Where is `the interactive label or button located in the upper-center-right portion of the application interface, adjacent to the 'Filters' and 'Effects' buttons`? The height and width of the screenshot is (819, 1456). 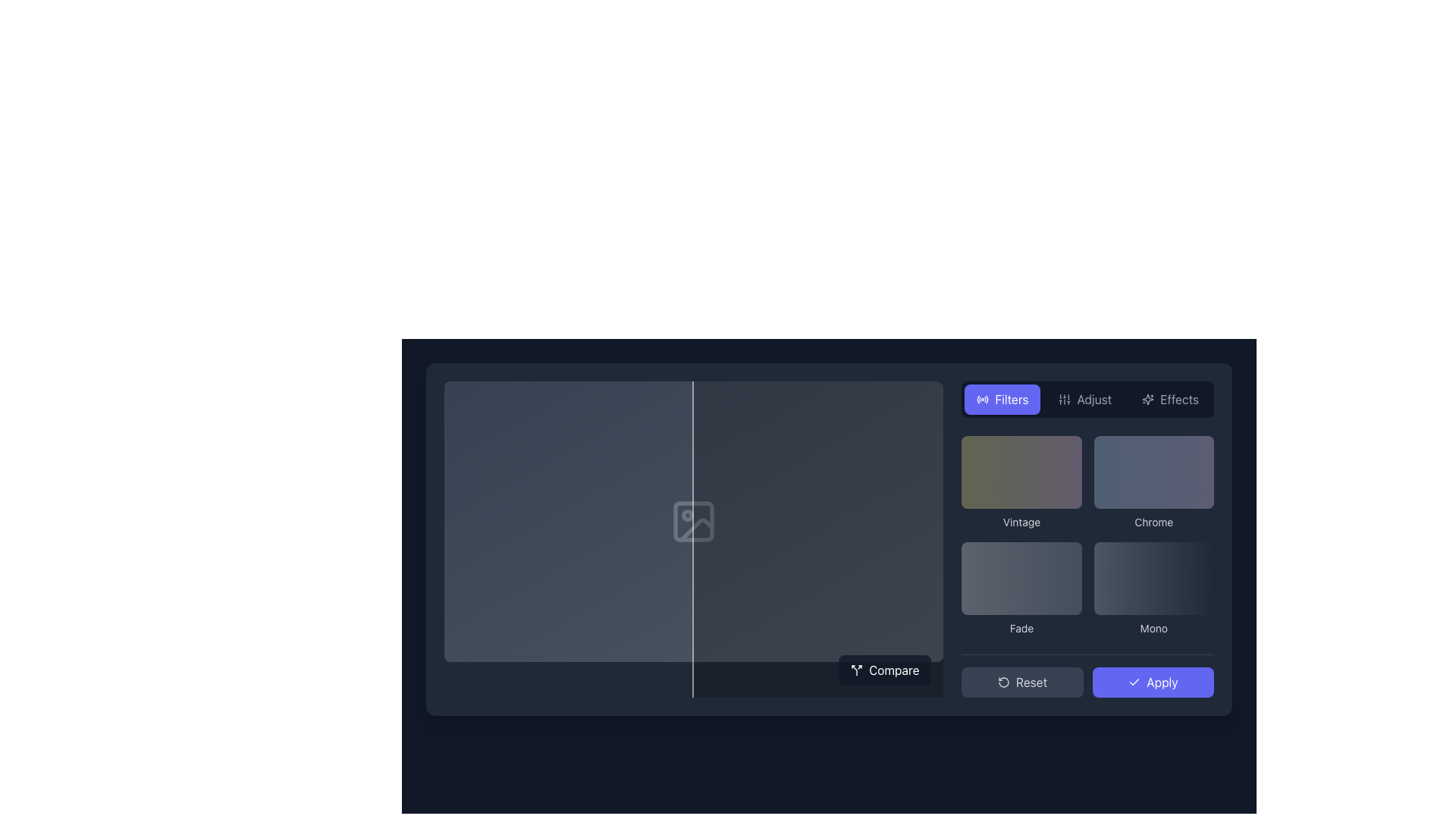 the interactive label or button located in the upper-center-right portion of the application interface, adjacent to the 'Filters' and 'Effects' buttons is located at coordinates (1094, 399).